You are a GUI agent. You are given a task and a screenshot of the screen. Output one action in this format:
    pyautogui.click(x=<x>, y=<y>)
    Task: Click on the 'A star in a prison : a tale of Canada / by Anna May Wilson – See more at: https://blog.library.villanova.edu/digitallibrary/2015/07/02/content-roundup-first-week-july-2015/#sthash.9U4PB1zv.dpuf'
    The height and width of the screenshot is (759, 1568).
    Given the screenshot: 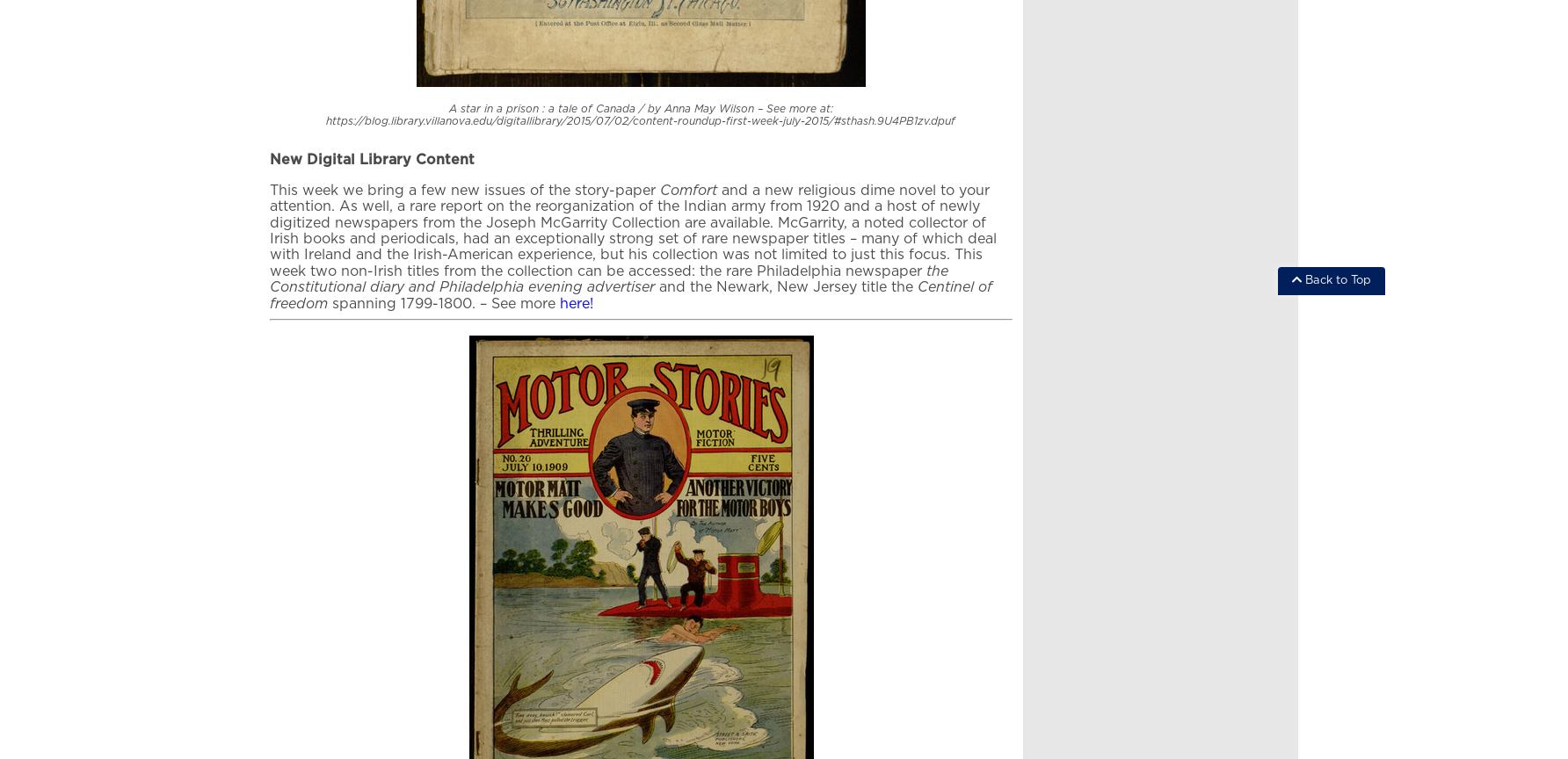 What is the action you would take?
    pyautogui.click(x=640, y=113)
    